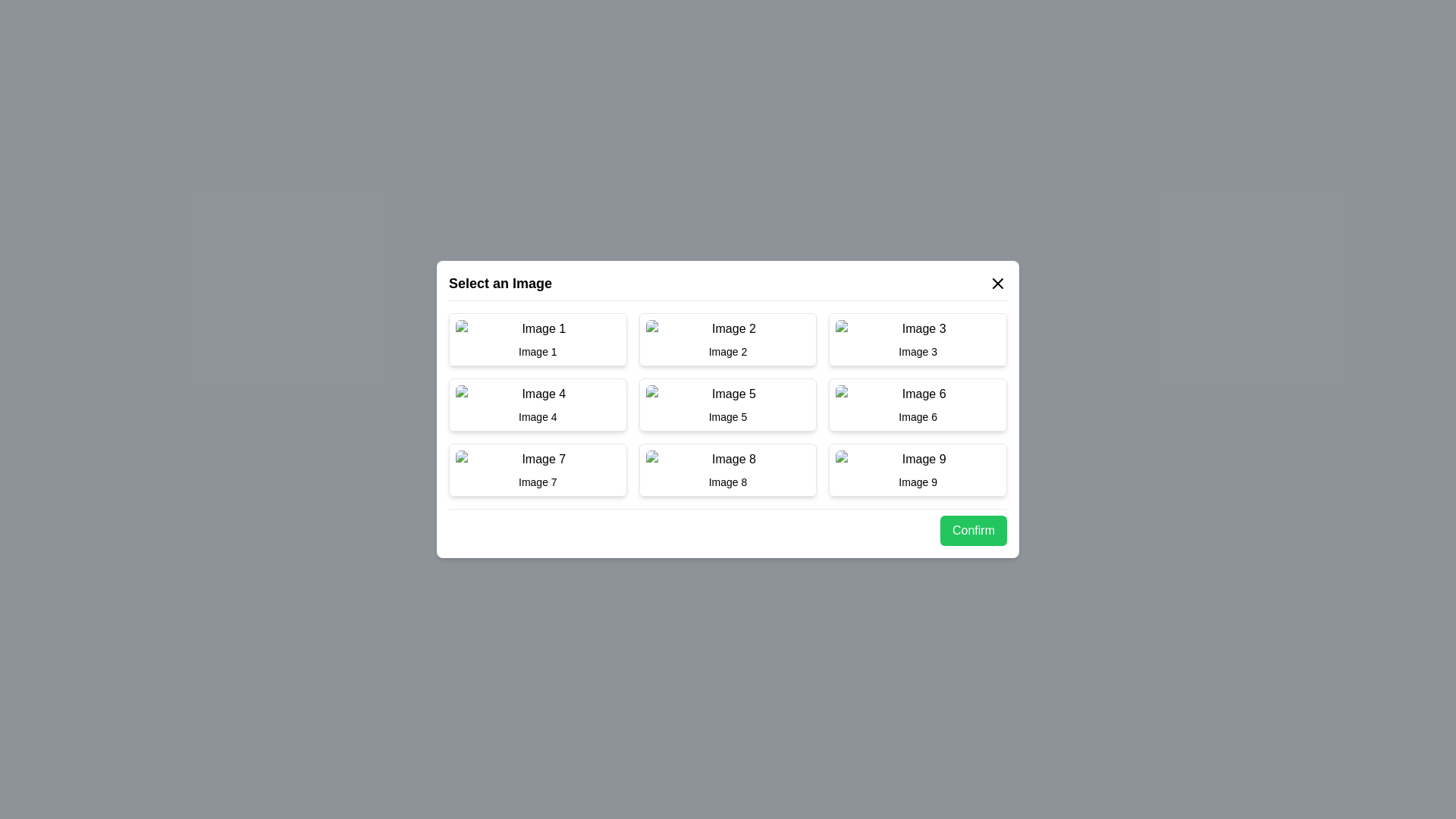 This screenshot has height=819, width=1456. What do you see at coordinates (973, 529) in the screenshot?
I see `'Confirm' button to confirm the selected image` at bounding box center [973, 529].